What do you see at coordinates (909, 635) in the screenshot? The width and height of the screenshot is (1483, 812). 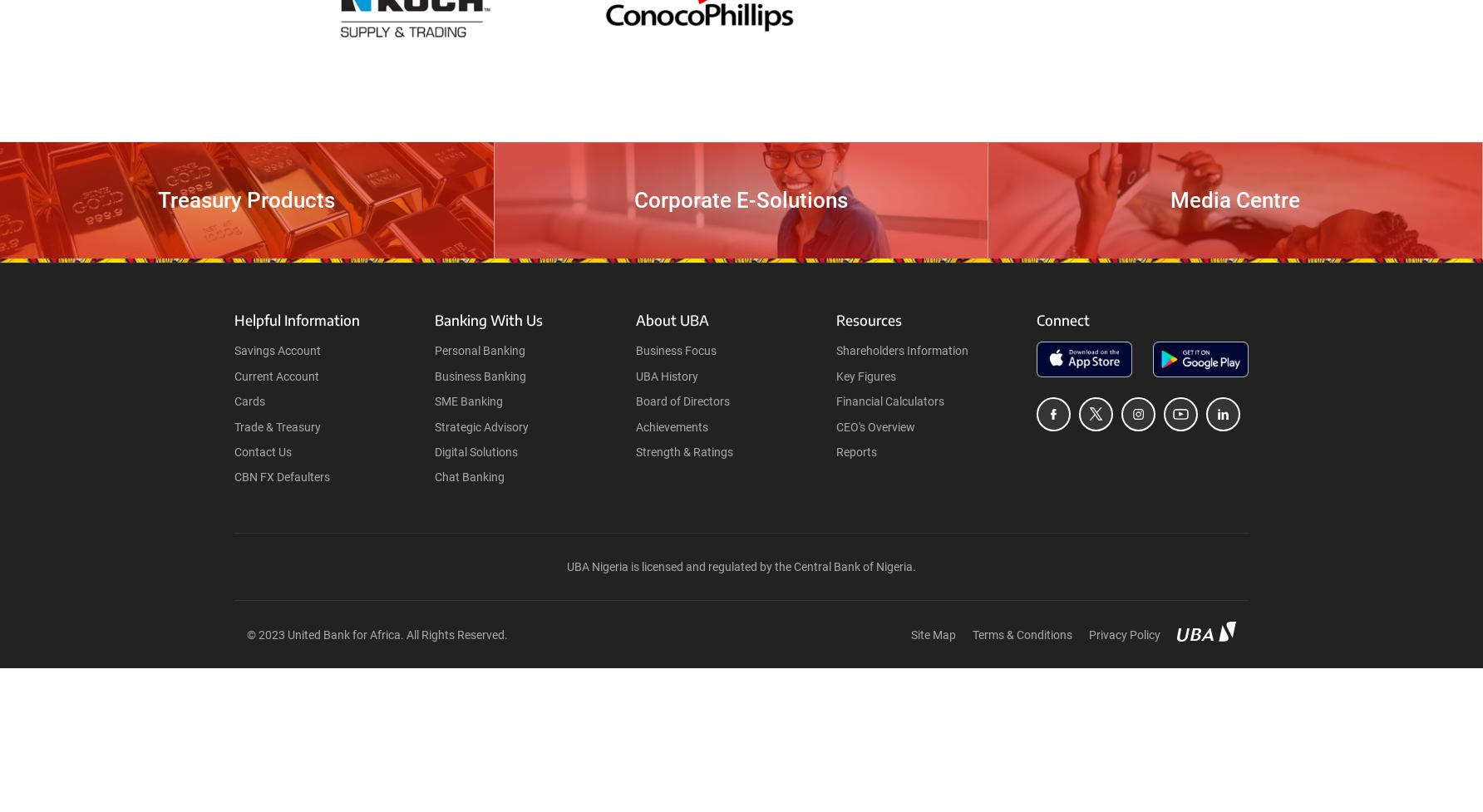 I see `'Site Map'` at bounding box center [909, 635].